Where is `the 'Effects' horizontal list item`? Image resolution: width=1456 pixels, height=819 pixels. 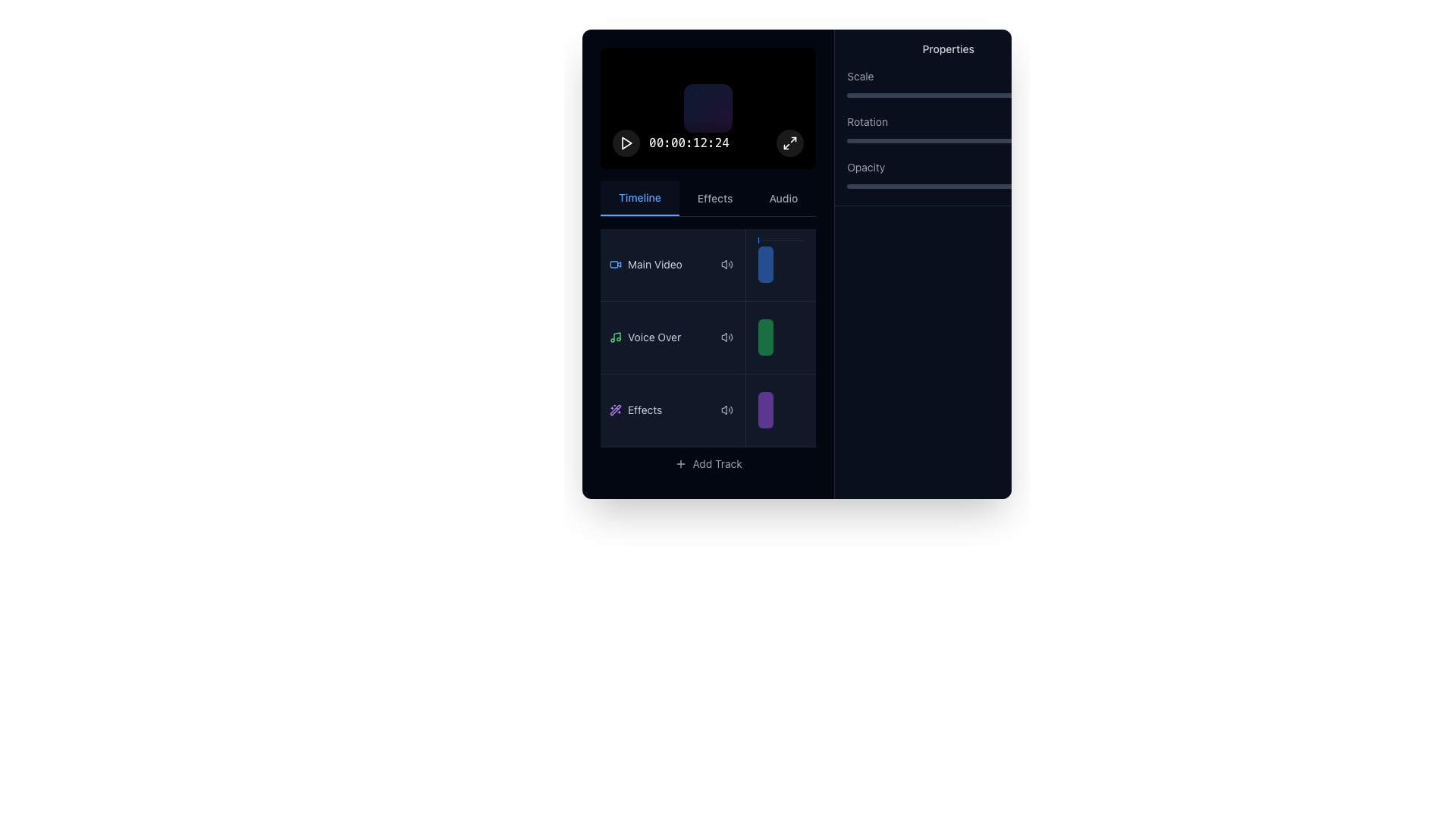
the 'Effects' horizontal list item is located at coordinates (708, 409).